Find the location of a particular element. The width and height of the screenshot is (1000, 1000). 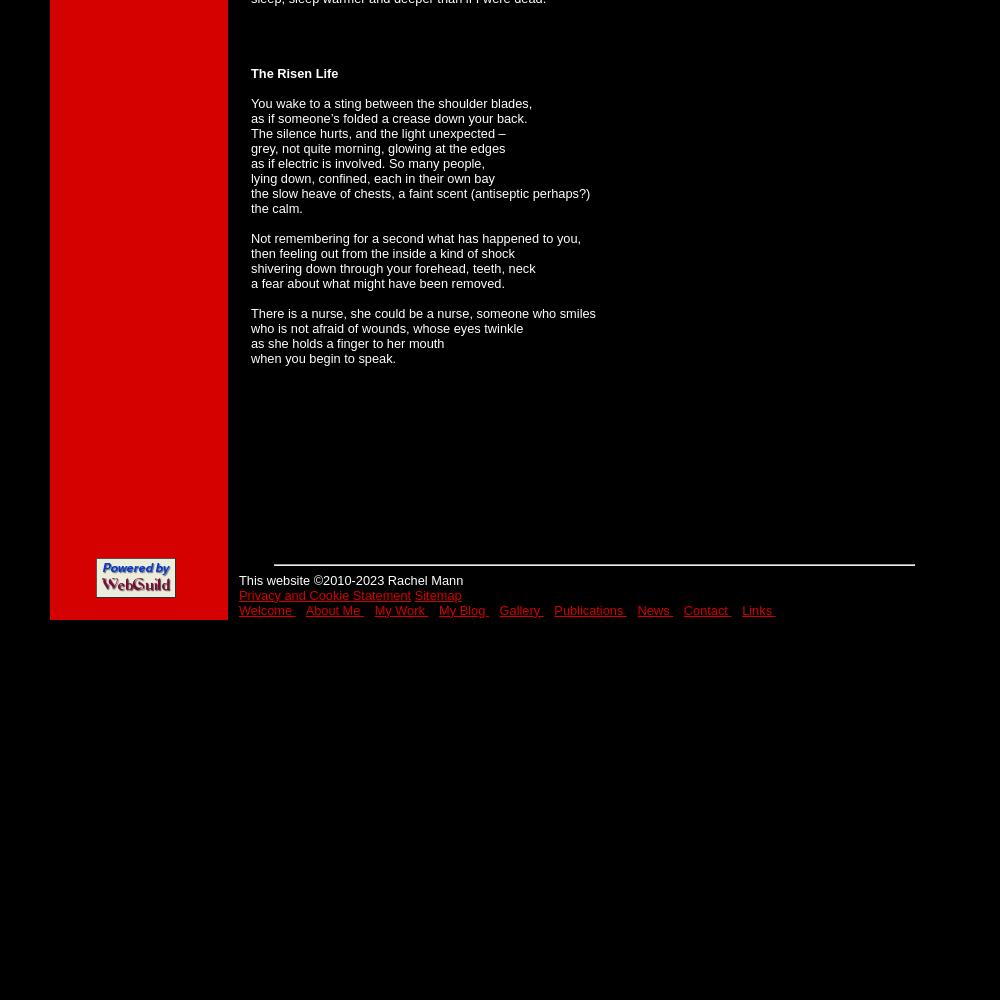

'This website ©2010-2023 Rachel Mann' is located at coordinates (350, 578).